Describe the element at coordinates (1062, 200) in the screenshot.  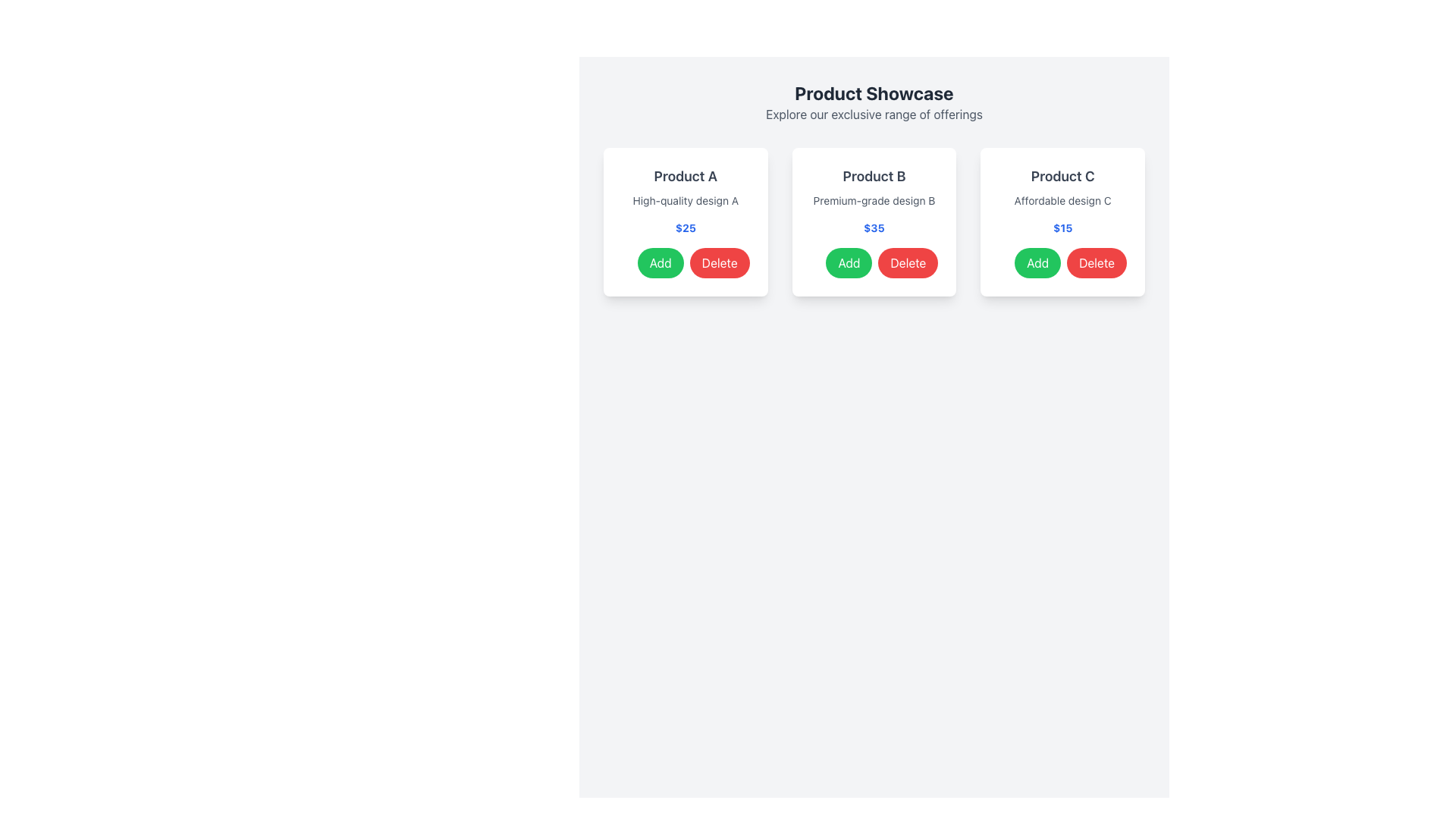
I see `the text label displaying 'Affordable design C', which is located beneath the title 'Product C' and above the price '$15' in the last product card on the right` at that location.